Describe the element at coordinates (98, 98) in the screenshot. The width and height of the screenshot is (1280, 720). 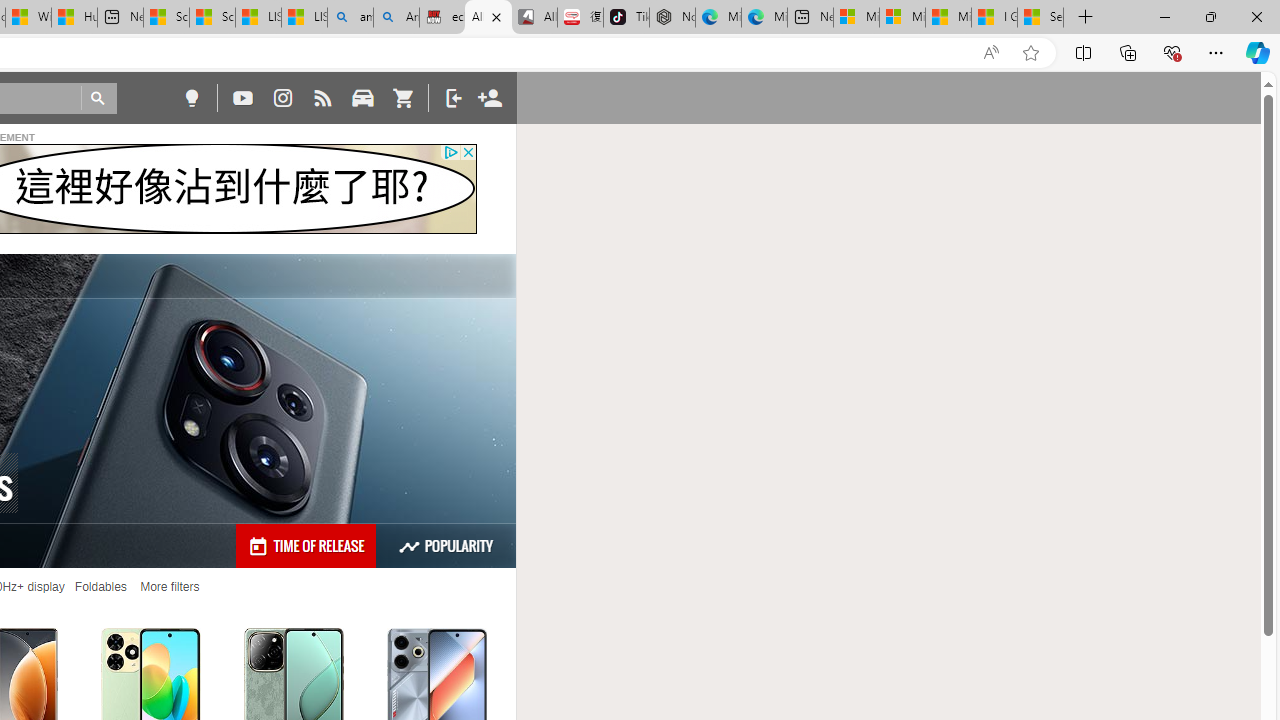
I see `'Go'` at that location.